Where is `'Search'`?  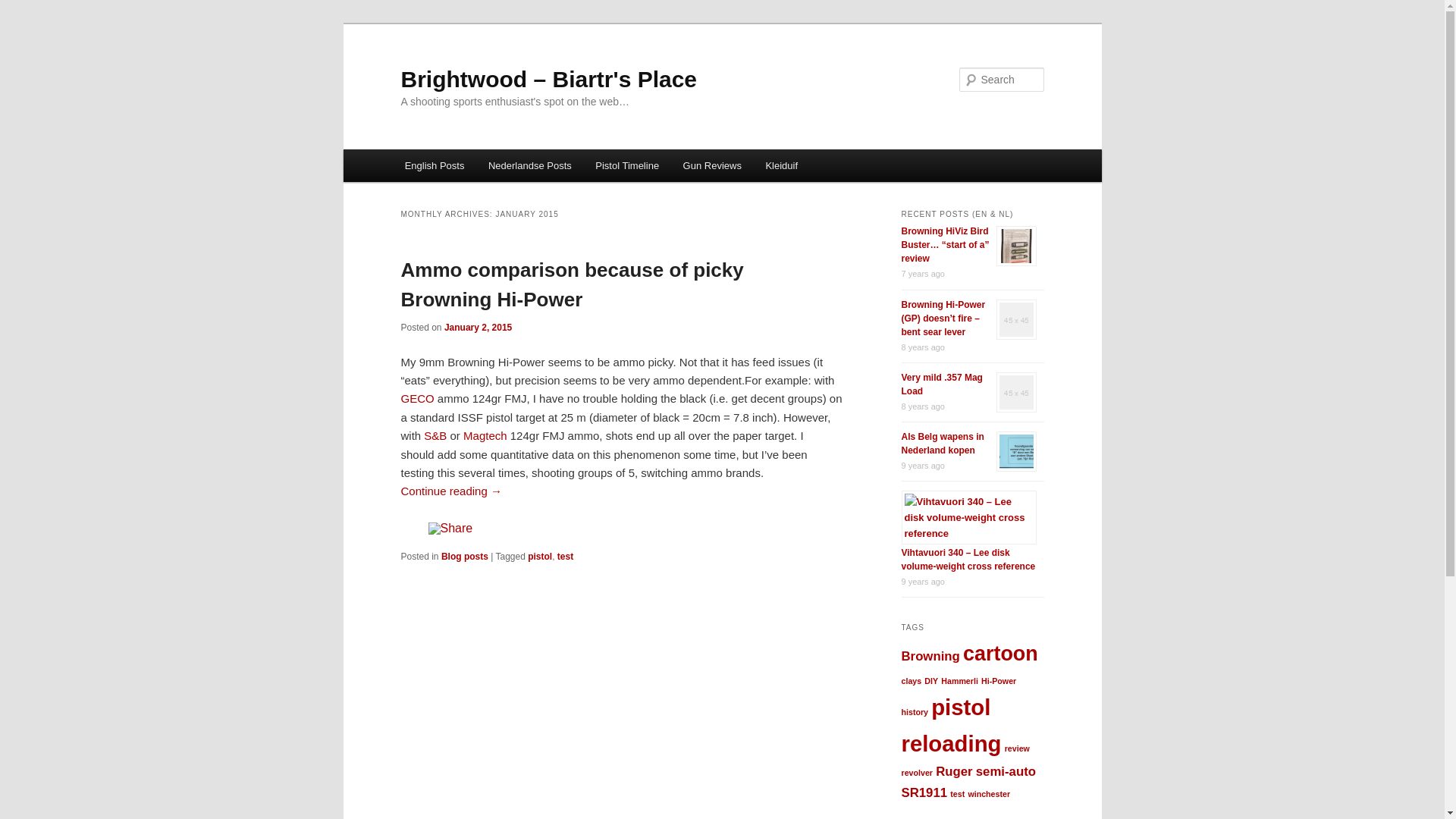
'Search' is located at coordinates (24, 8).